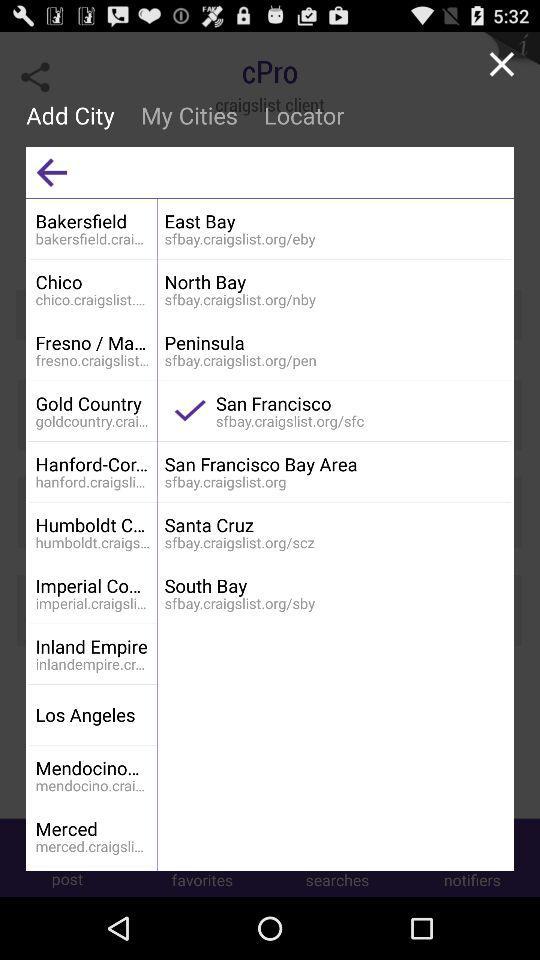 The height and width of the screenshot is (960, 540). I want to click on santa cruz item, so click(334, 524).